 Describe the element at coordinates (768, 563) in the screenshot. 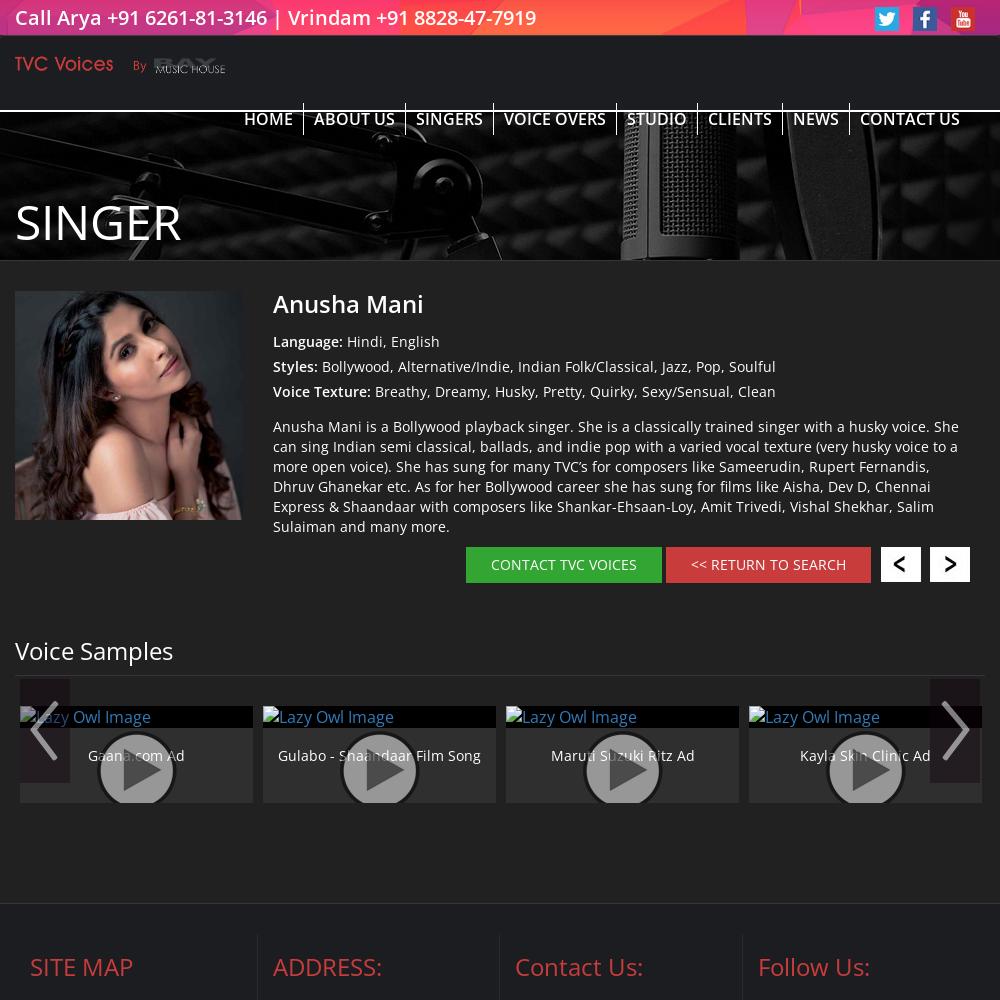

I see `'<< RETURN TO SEARCH'` at that location.